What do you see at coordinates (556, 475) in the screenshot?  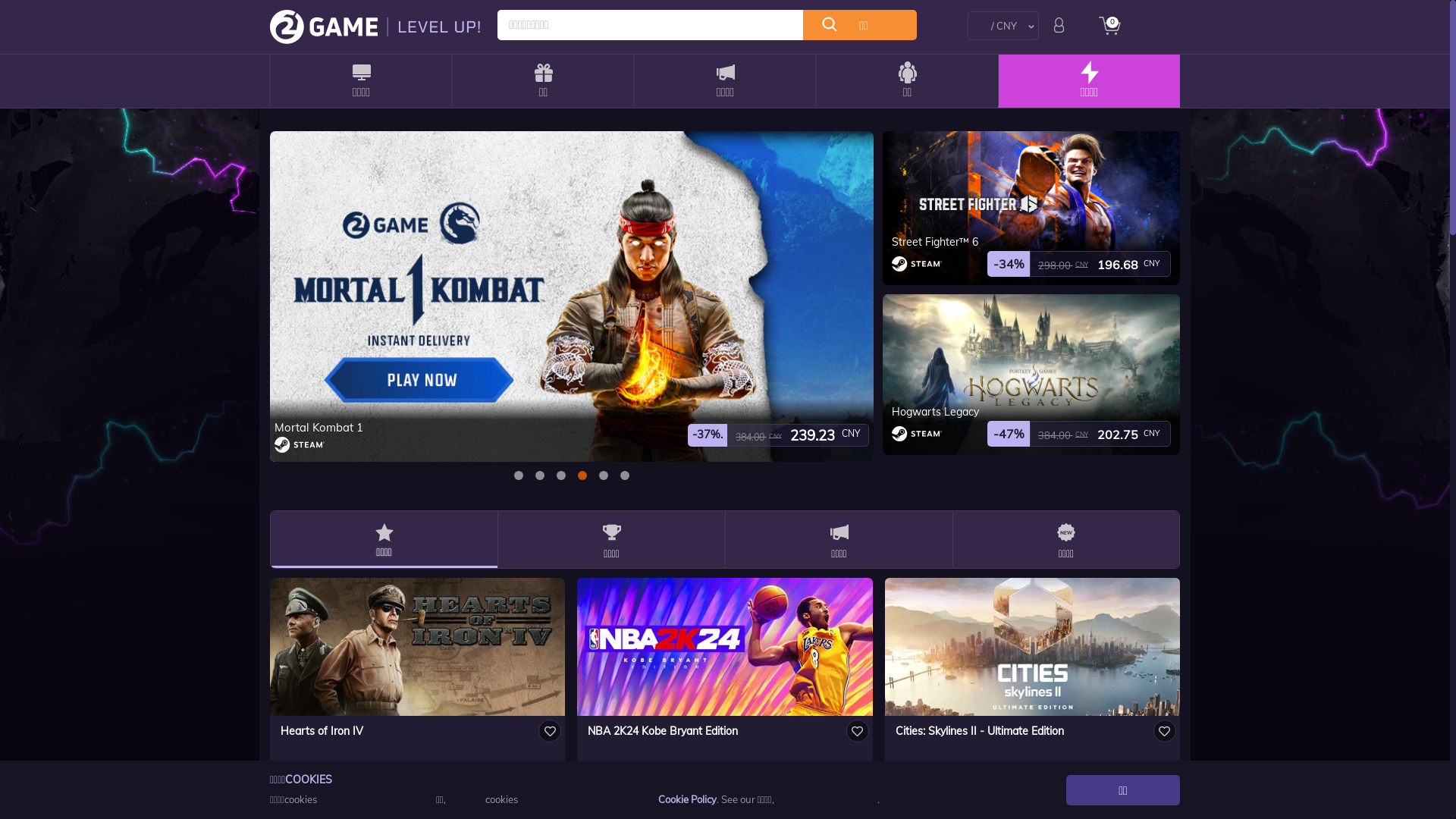 I see `'2'` at bounding box center [556, 475].